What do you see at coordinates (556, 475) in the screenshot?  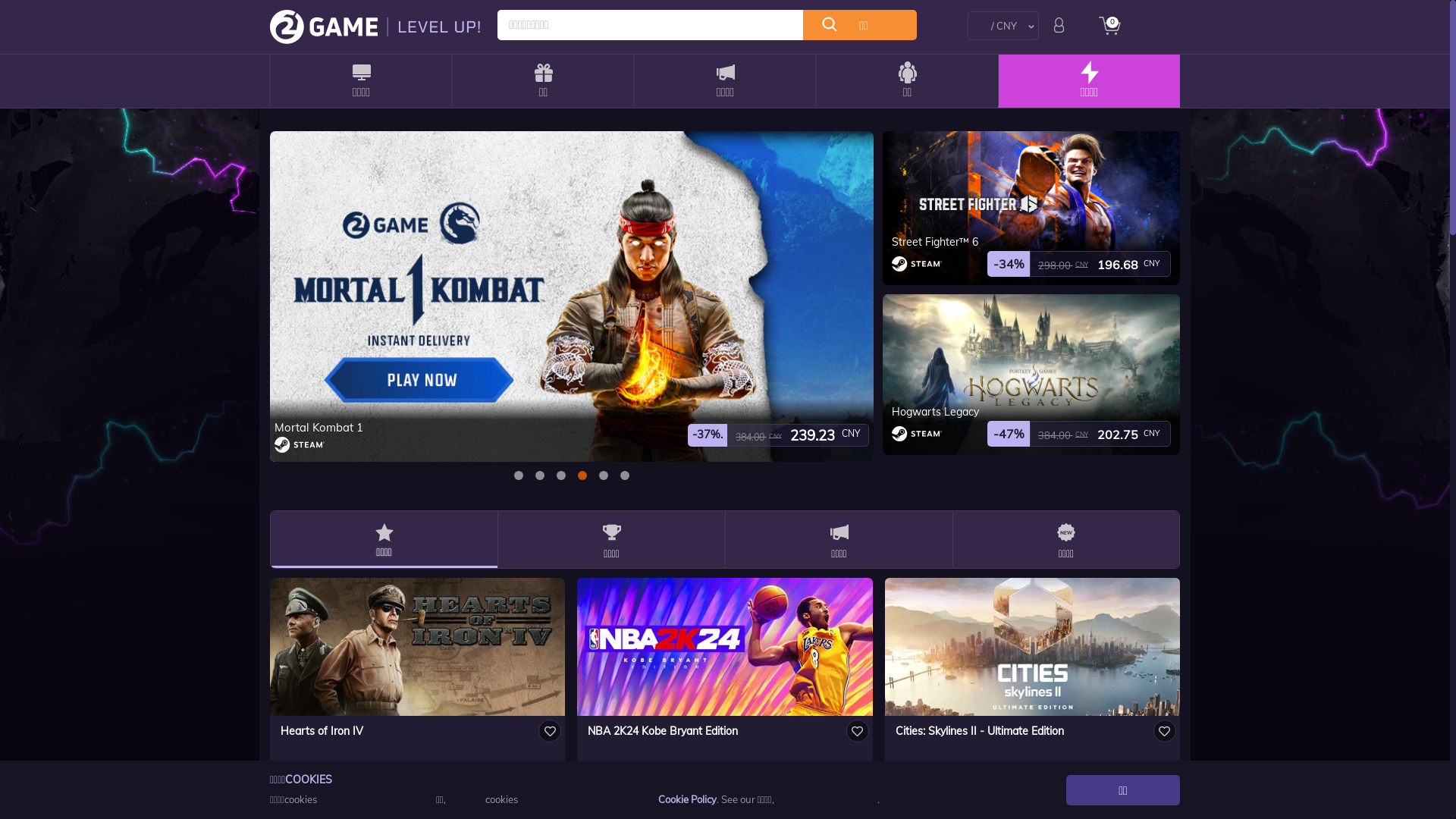 I see `'2'` at bounding box center [556, 475].